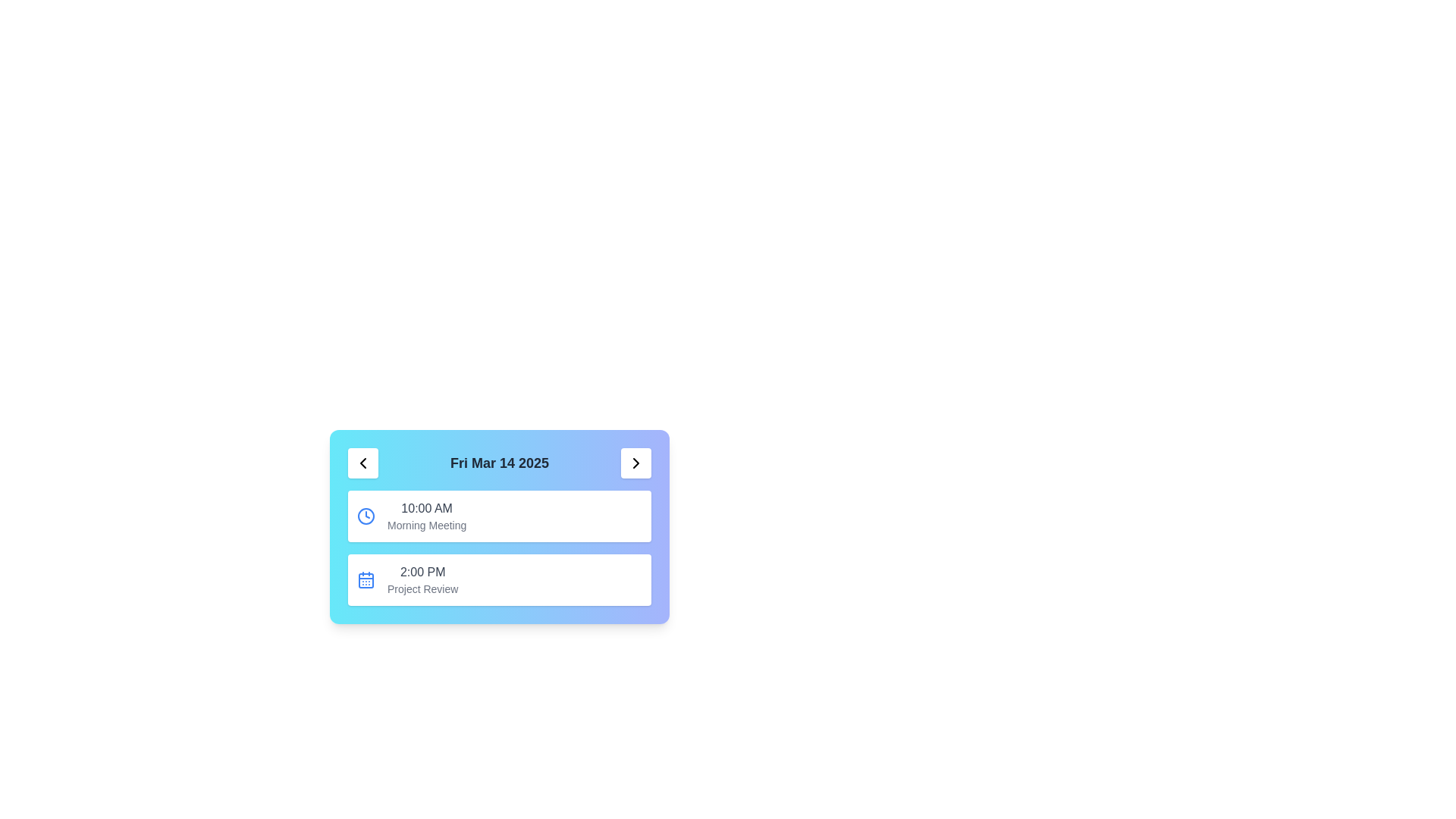  Describe the element at coordinates (422, 579) in the screenshot. I see `the text display element showing '2:00 PM' followed by 'Project Review'` at that location.